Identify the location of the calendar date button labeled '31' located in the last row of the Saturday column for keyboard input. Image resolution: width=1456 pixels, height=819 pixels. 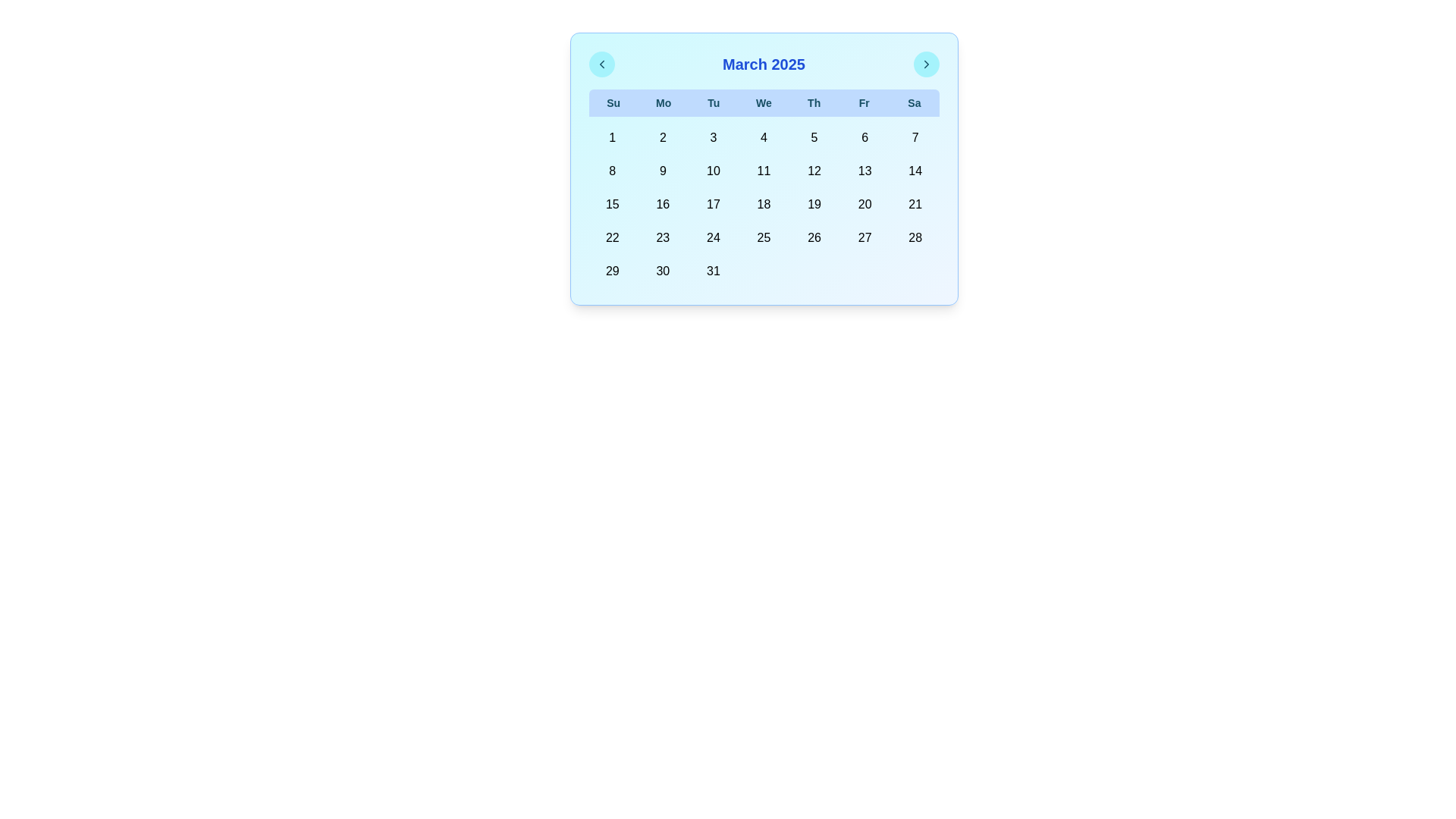
(712, 271).